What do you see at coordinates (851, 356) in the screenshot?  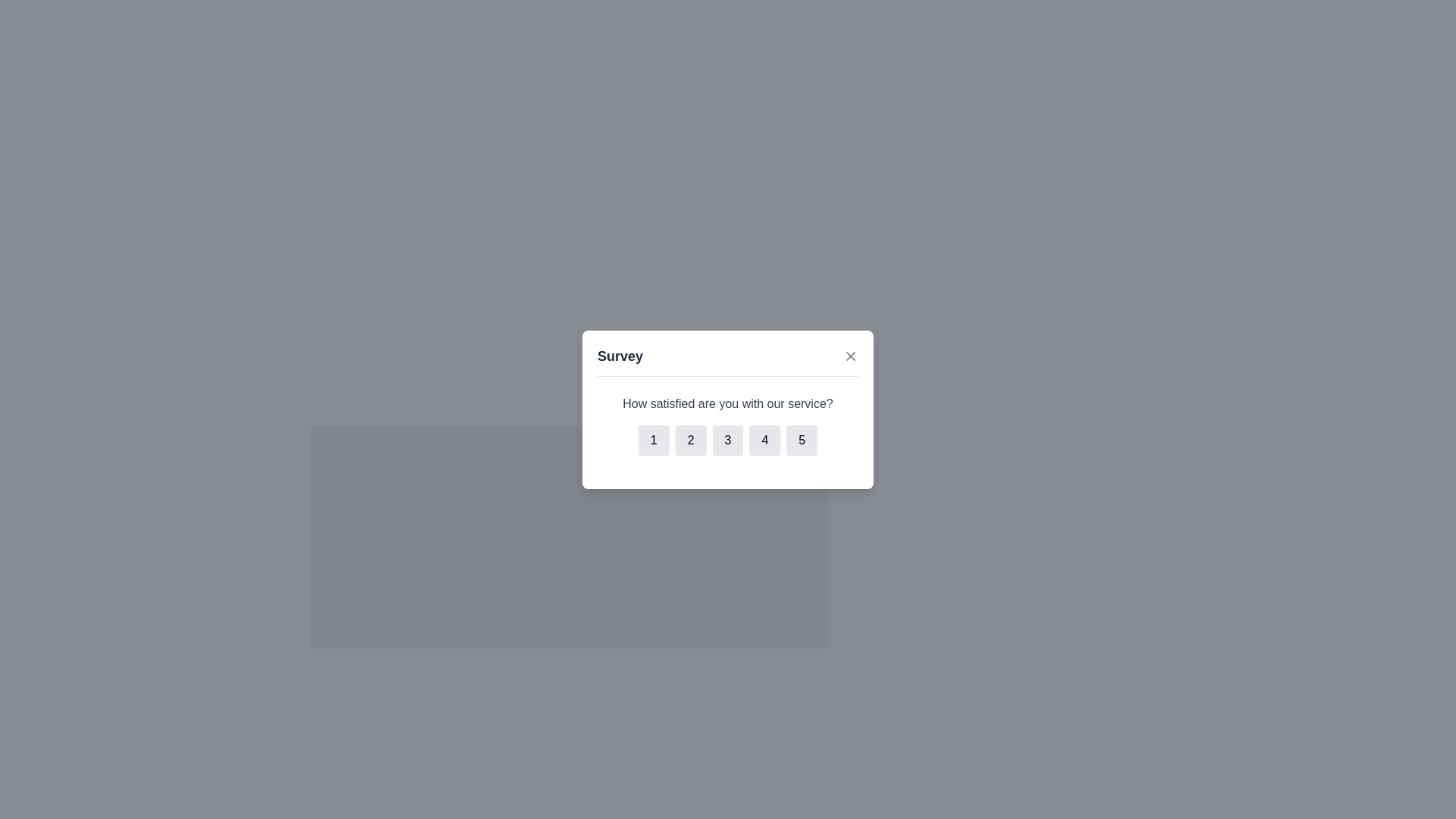 I see `the Close button located in the top-right corner of the 'Survey' modal dialog box` at bounding box center [851, 356].